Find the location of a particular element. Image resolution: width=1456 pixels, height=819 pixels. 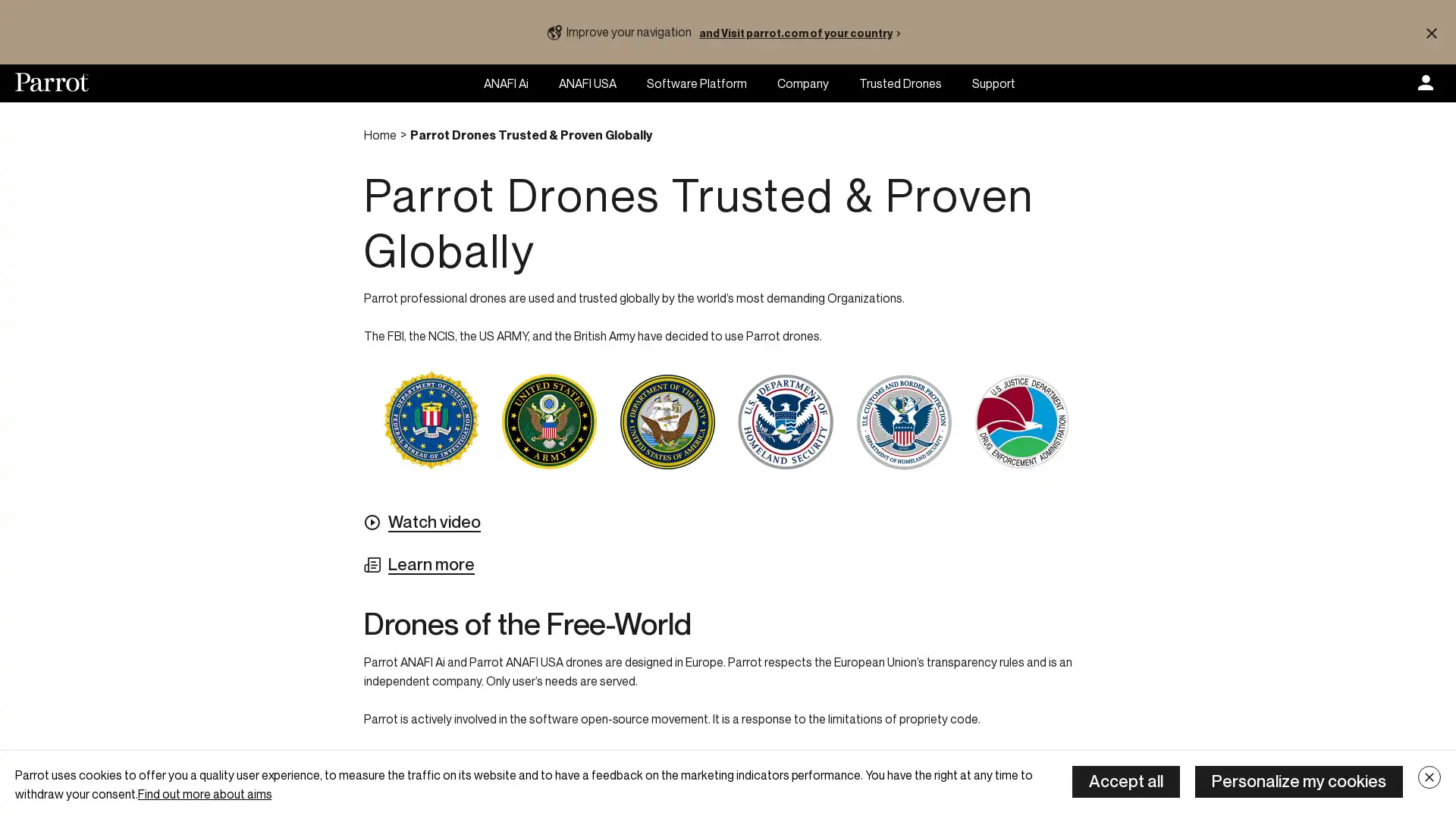

Personalize my cookies is located at coordinates (1298, 781).